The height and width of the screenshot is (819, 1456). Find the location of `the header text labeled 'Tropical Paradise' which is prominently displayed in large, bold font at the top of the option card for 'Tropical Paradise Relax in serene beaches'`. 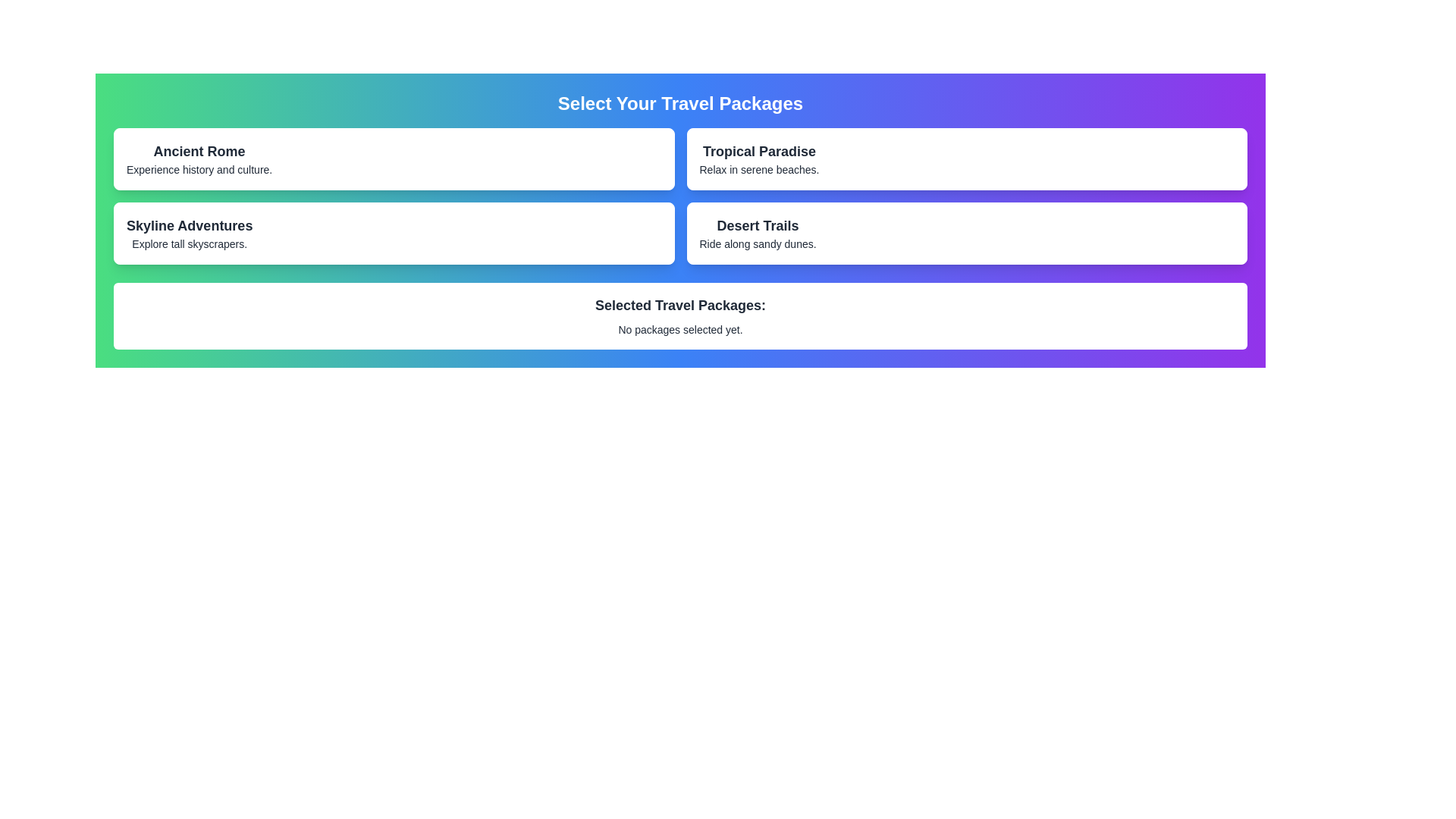

the header text labeled 'Tropical Paradise' which is prominently displayed in large, bold font at the top of the option card for 'Tropical Paradise Relax in serene beaches' is located at coordinates (759, 152).